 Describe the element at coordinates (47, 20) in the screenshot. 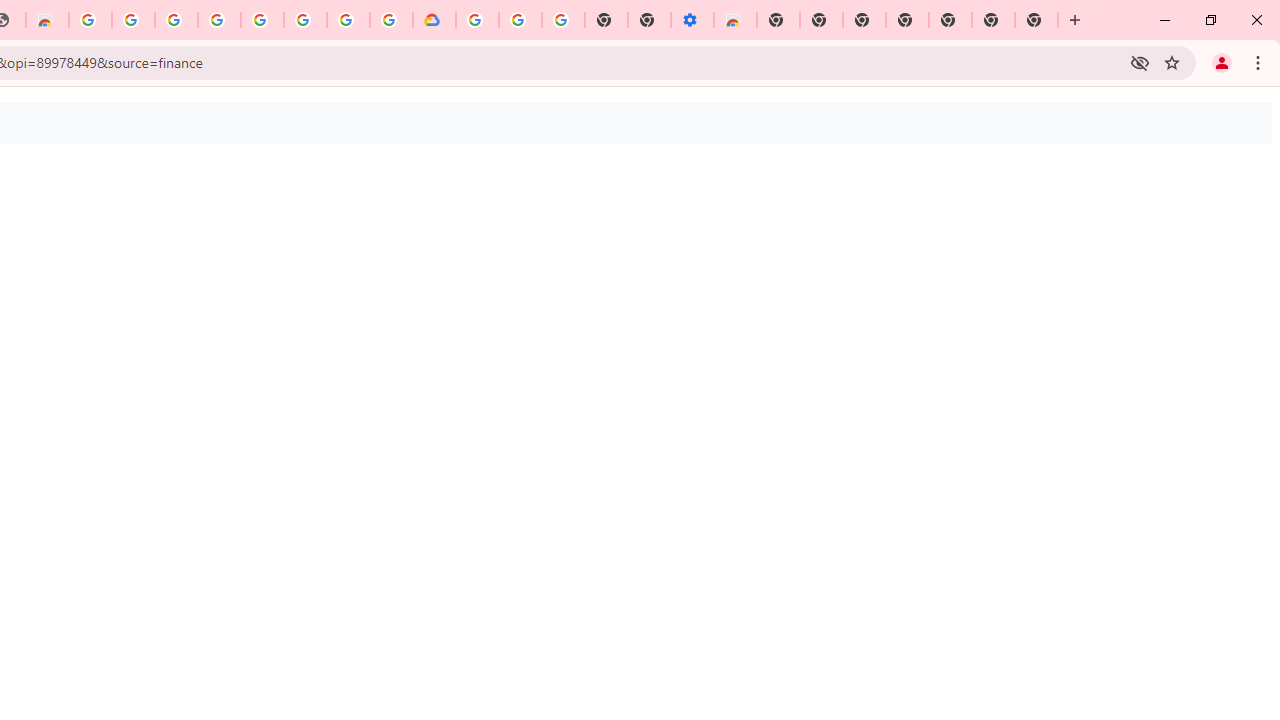

I see `'Chrome Web Store - Household'` at that location.